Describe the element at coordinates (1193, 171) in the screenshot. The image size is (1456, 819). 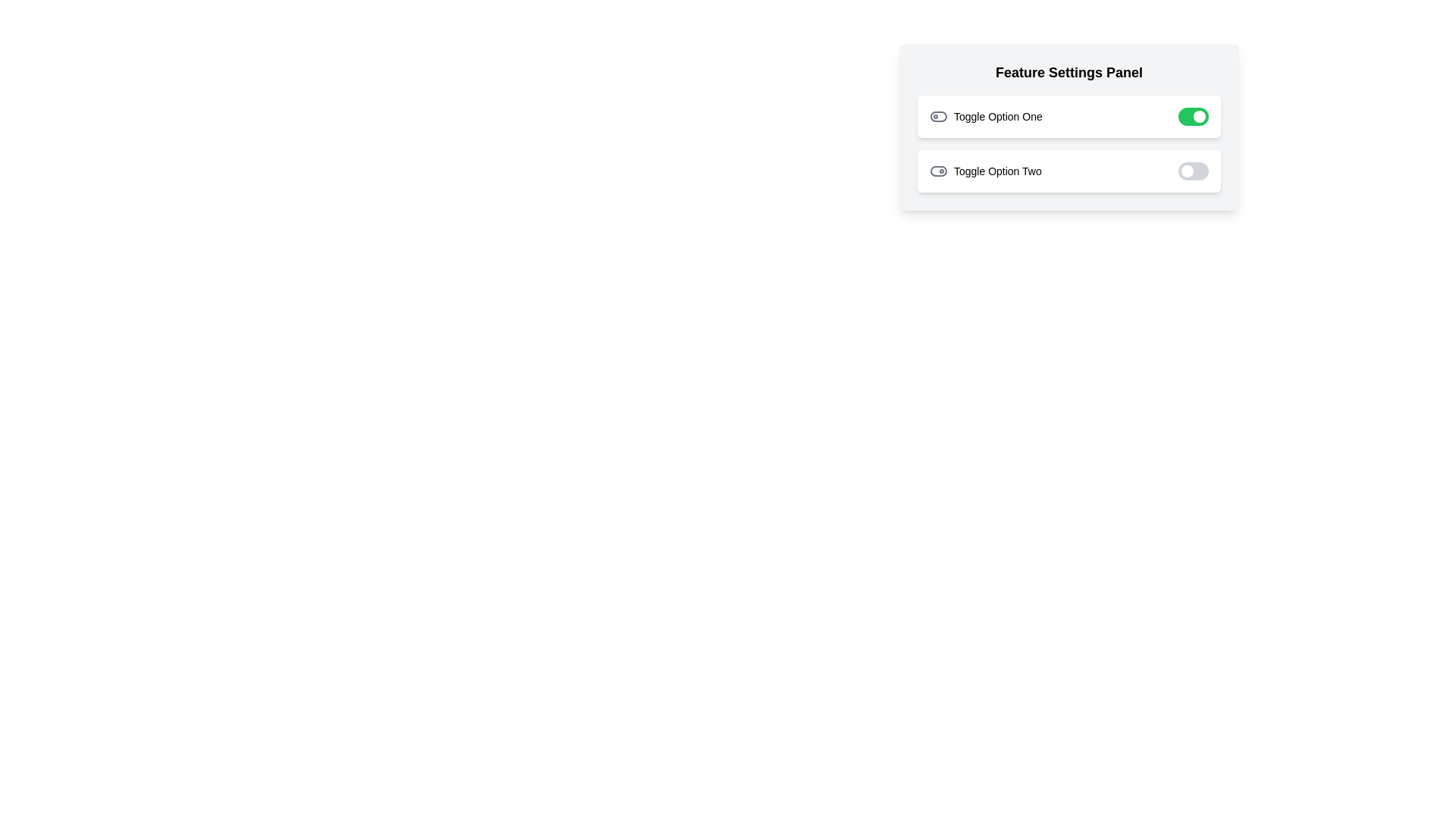
I see `the toggle switch for 'Toggle Option Two' in the 'Feature Settings Panel'` at that location.